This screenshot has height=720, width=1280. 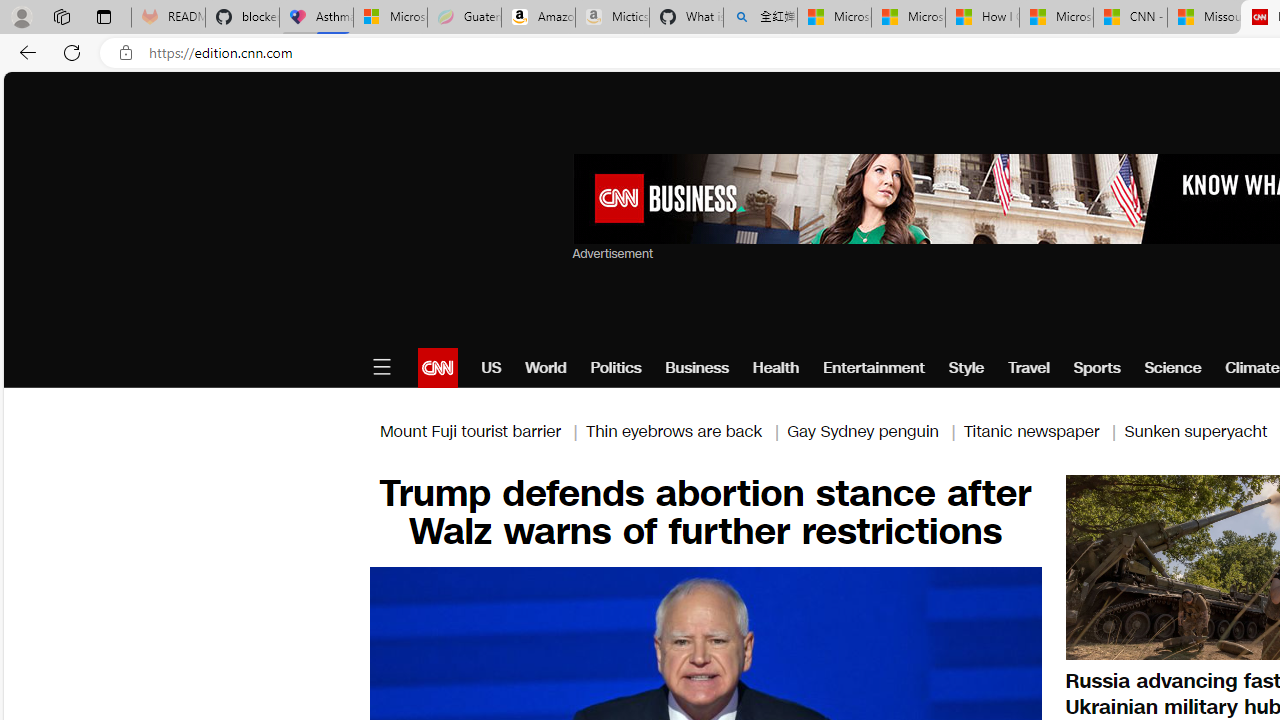 What do you see at coordinates (1130, 17) in the screenshot?
I see `'CNN - MSN'` at bounding box center [1130, 17].